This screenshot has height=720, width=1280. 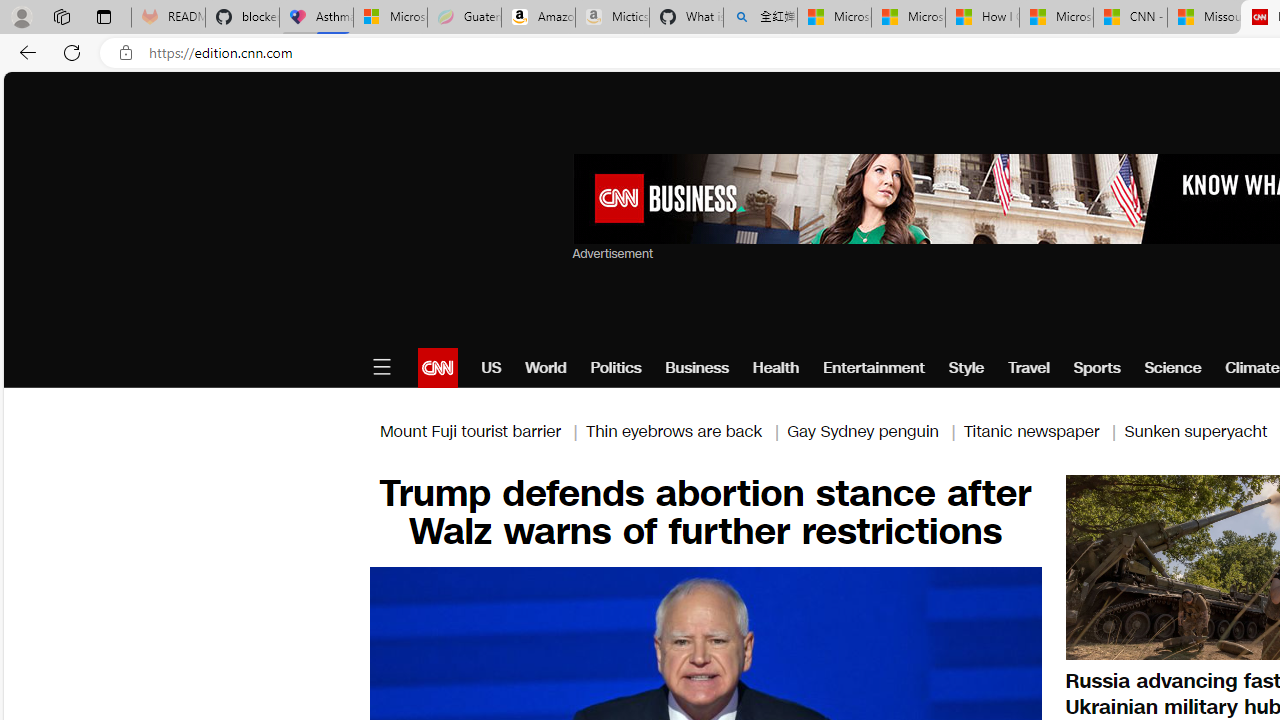 What do you see at coordinates (1130, 17) in the screenshot?
I see `'CNN - MSN'` at bounding box center [1130, 17].